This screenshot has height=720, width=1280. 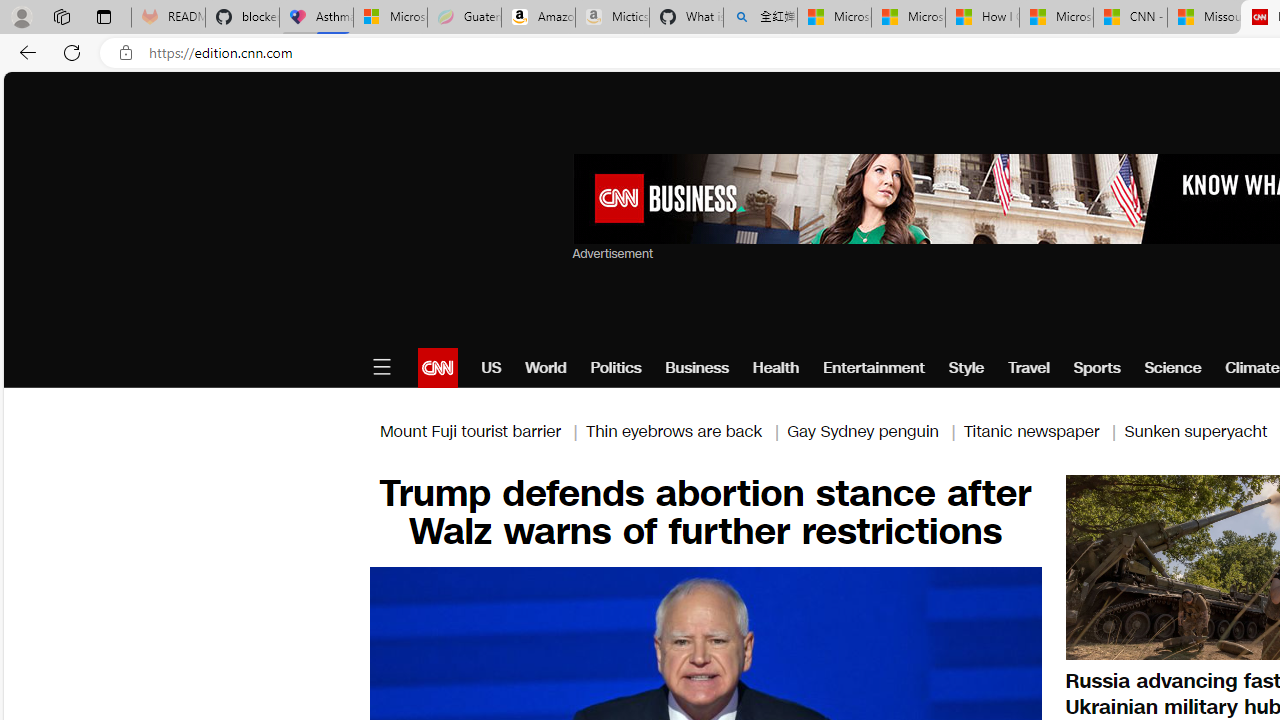 What do you see at coordinates (1130, 17) in the screenshot?
I see `'CNN - MSN'` at bounding box center [1130, 17].